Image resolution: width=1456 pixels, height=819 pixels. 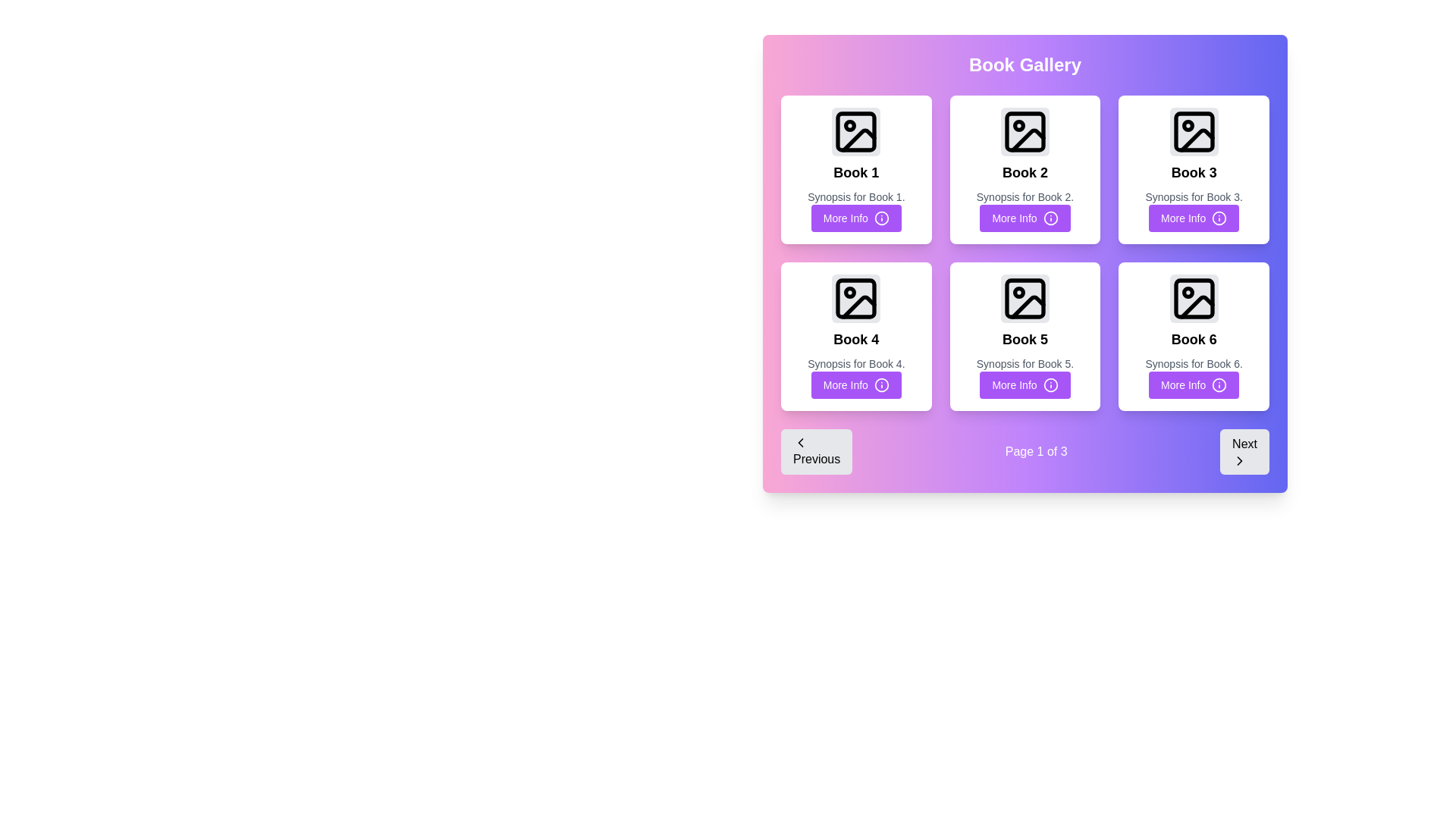 What do you see at coordinates (1019, 124) in the screenshot?
I see `the circle graphic element within the SVG representing the image icon for 'Book 2' in the first row, second column of the grid` at bounding box center [1019, 124].